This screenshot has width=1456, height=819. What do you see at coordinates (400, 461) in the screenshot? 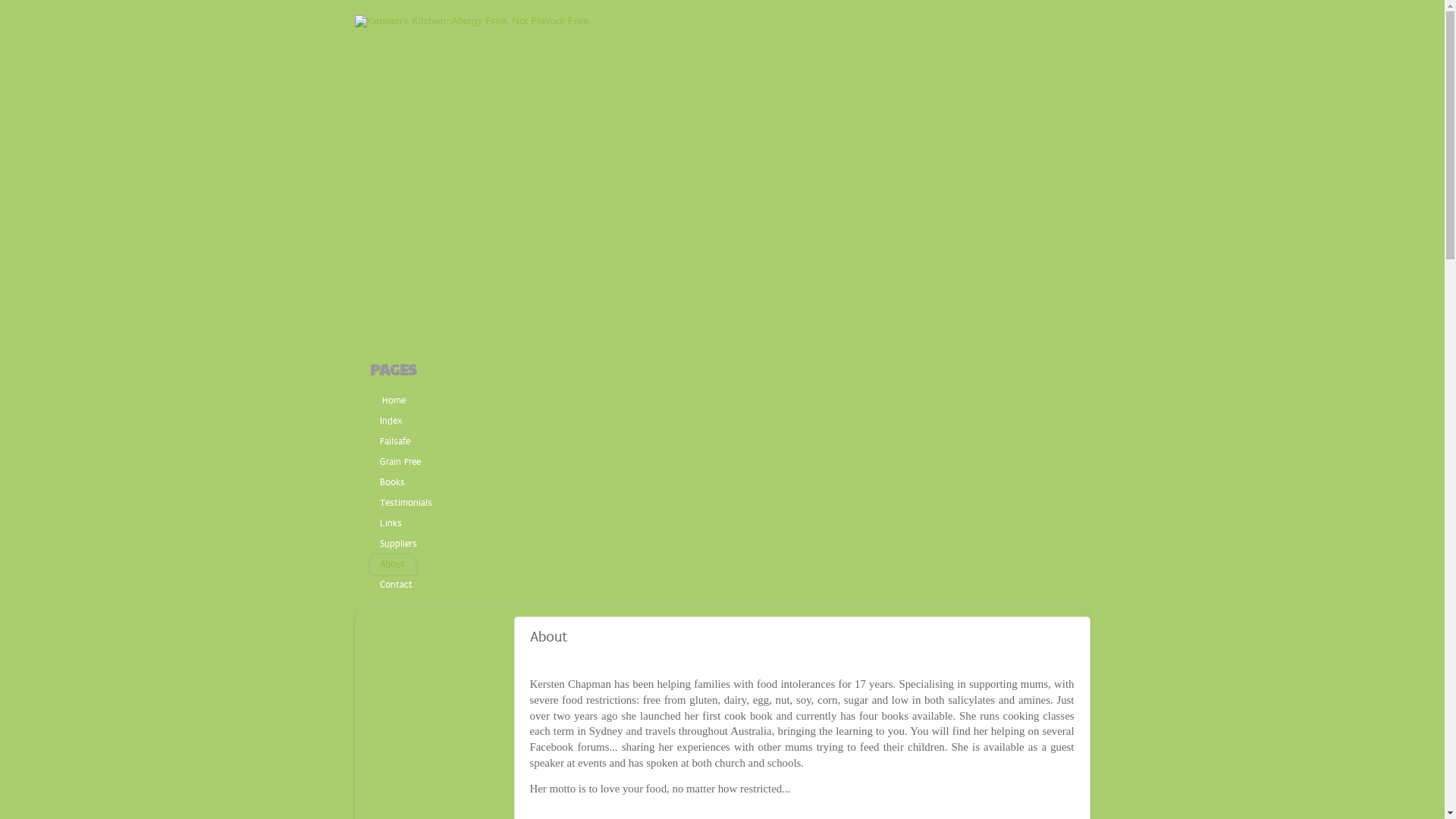
I see `'Grain Free'` at bounding box center [400, 461].